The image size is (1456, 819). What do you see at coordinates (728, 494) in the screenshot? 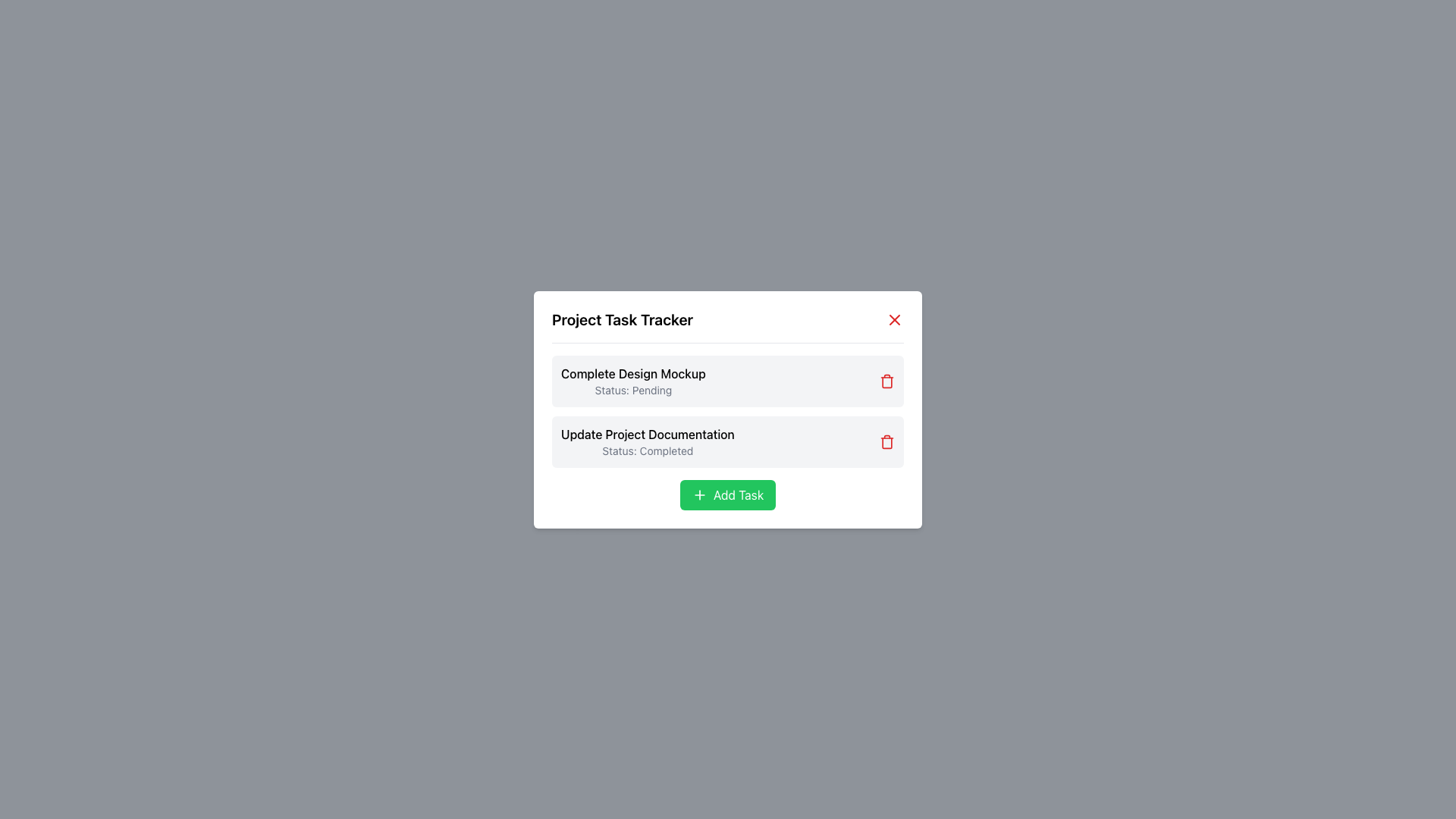
I see `the green 'Add Task' button with a white plus sign icon and text, located at the bottom center of the 'Project Task Tracker' modal to observe the hover effect` at bounding box center [728, 494].